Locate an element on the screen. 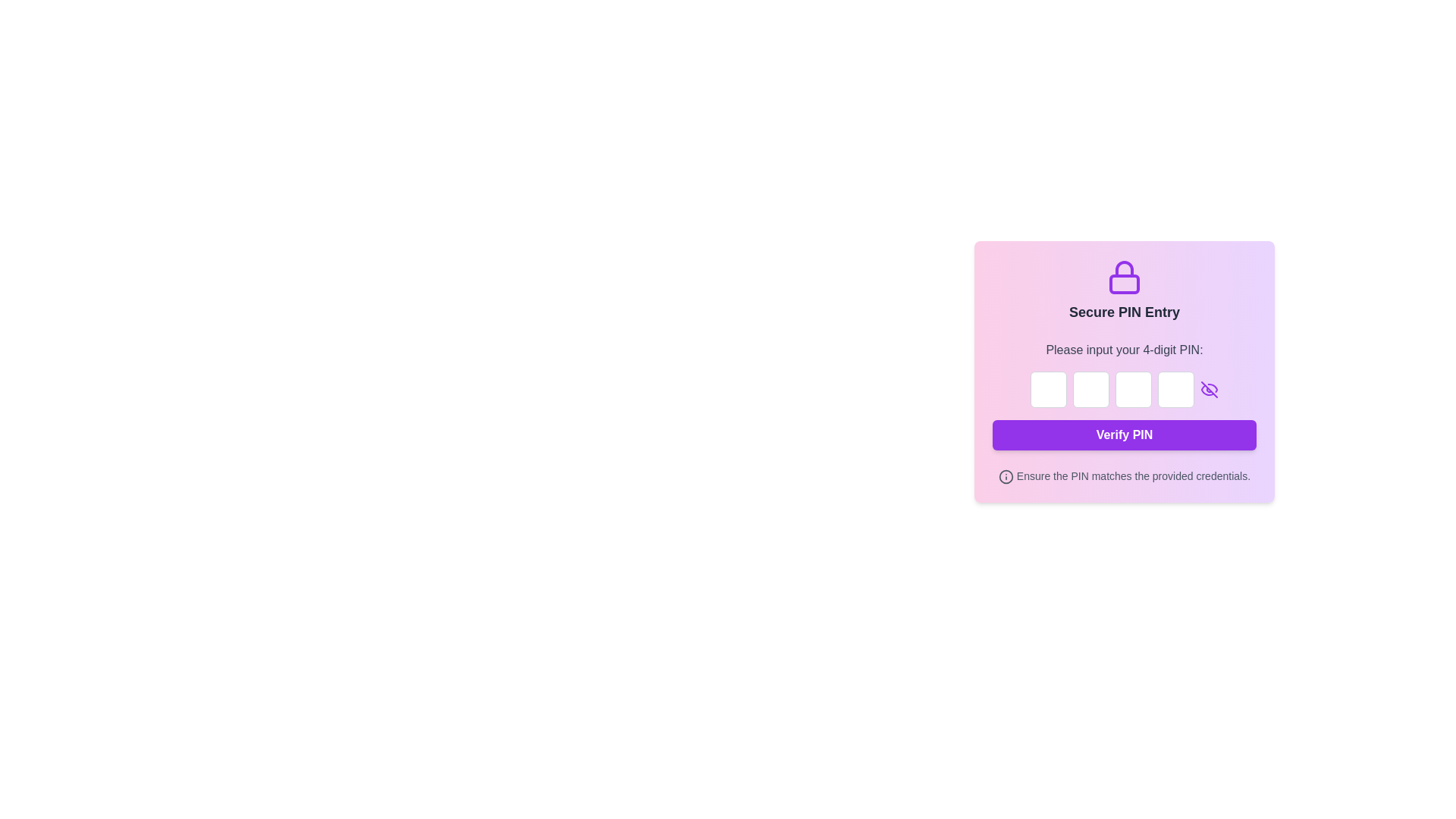 The image size is (1456, 819). the text label that instructs 'Please input your 4-digit PIN:', which is styled in gray and center-aligned, located below the header 'Secure PIN Entry' is located at coordinates (1125, 350).